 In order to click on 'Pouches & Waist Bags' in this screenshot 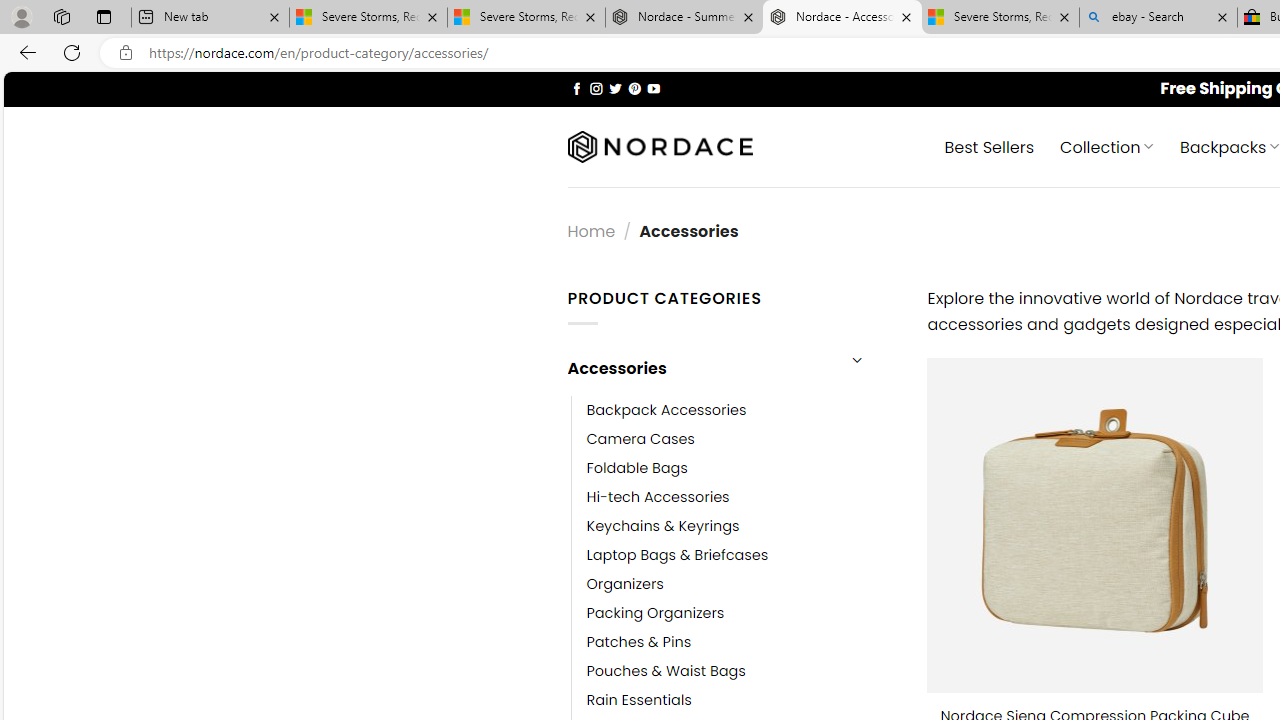, I will do `click(666, 671)`.